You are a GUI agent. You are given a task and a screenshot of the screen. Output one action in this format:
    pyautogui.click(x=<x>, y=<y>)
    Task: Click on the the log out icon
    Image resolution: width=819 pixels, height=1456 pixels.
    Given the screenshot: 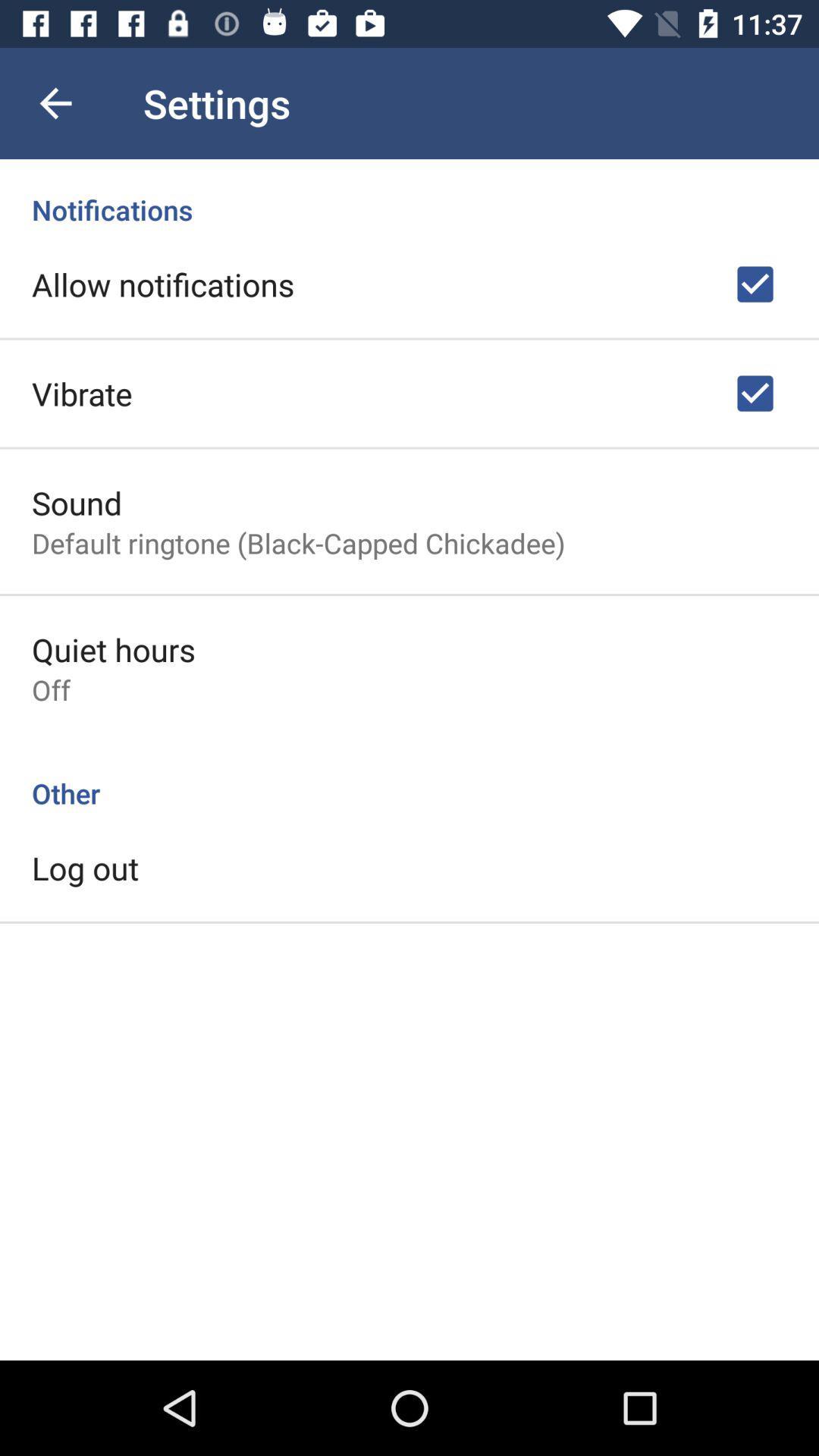 What is the action you would take?
    pyautogui.click(x=85, y=868)
    